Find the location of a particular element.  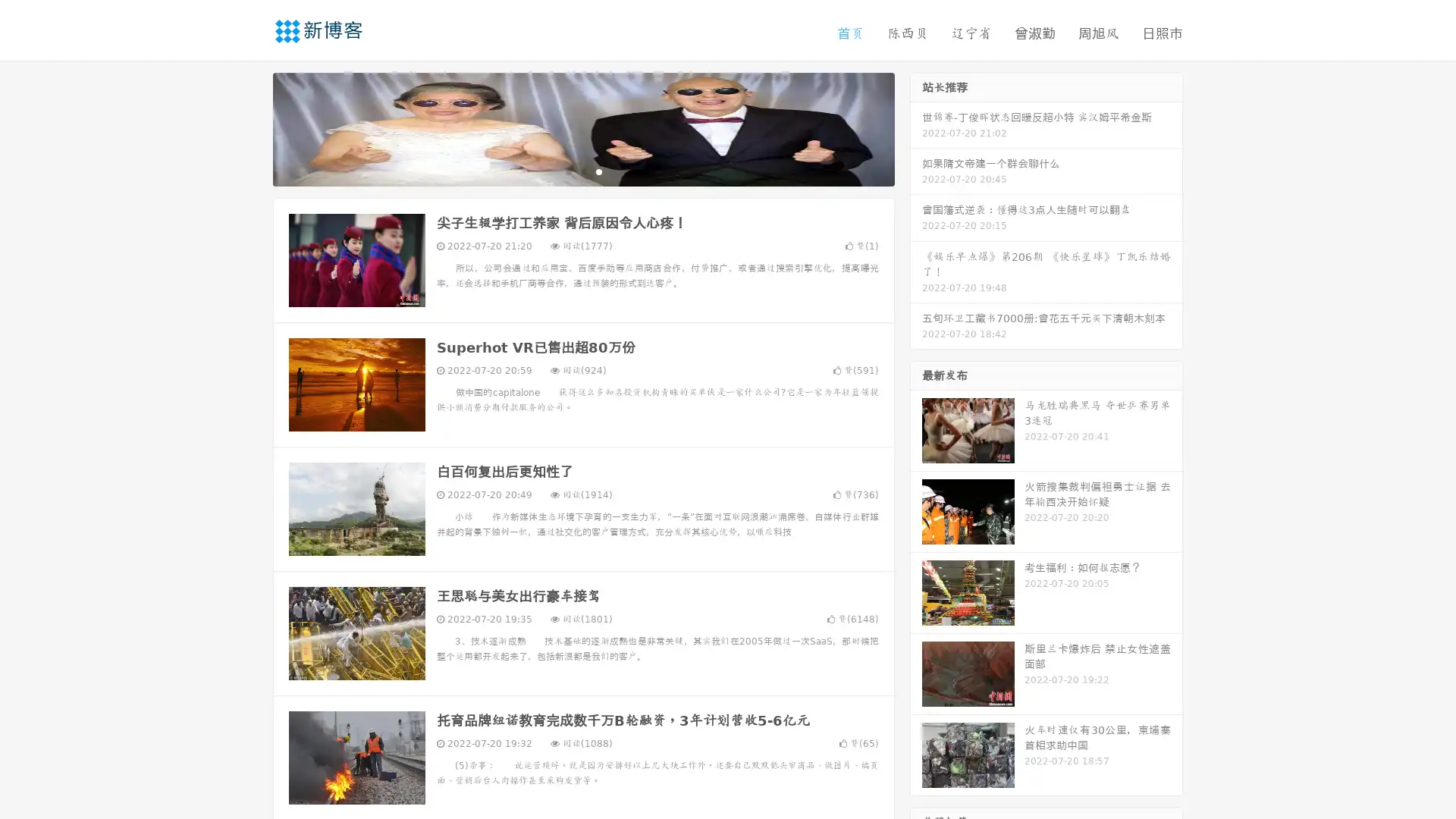

Go to slide 2 is located at coordinates (582, 171).